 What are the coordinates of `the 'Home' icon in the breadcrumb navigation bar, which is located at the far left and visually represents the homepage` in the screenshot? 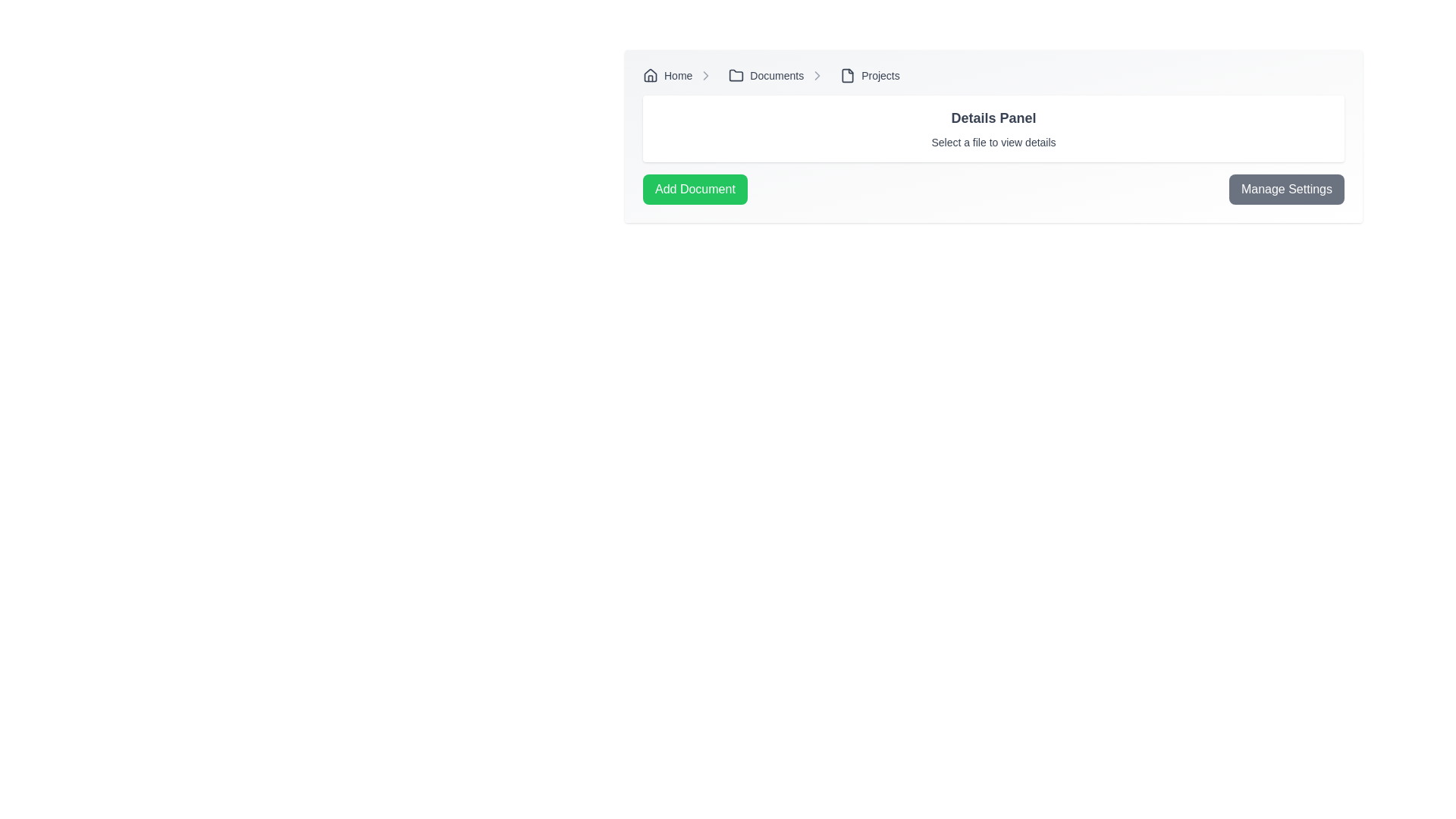 It's located at (651, 76).